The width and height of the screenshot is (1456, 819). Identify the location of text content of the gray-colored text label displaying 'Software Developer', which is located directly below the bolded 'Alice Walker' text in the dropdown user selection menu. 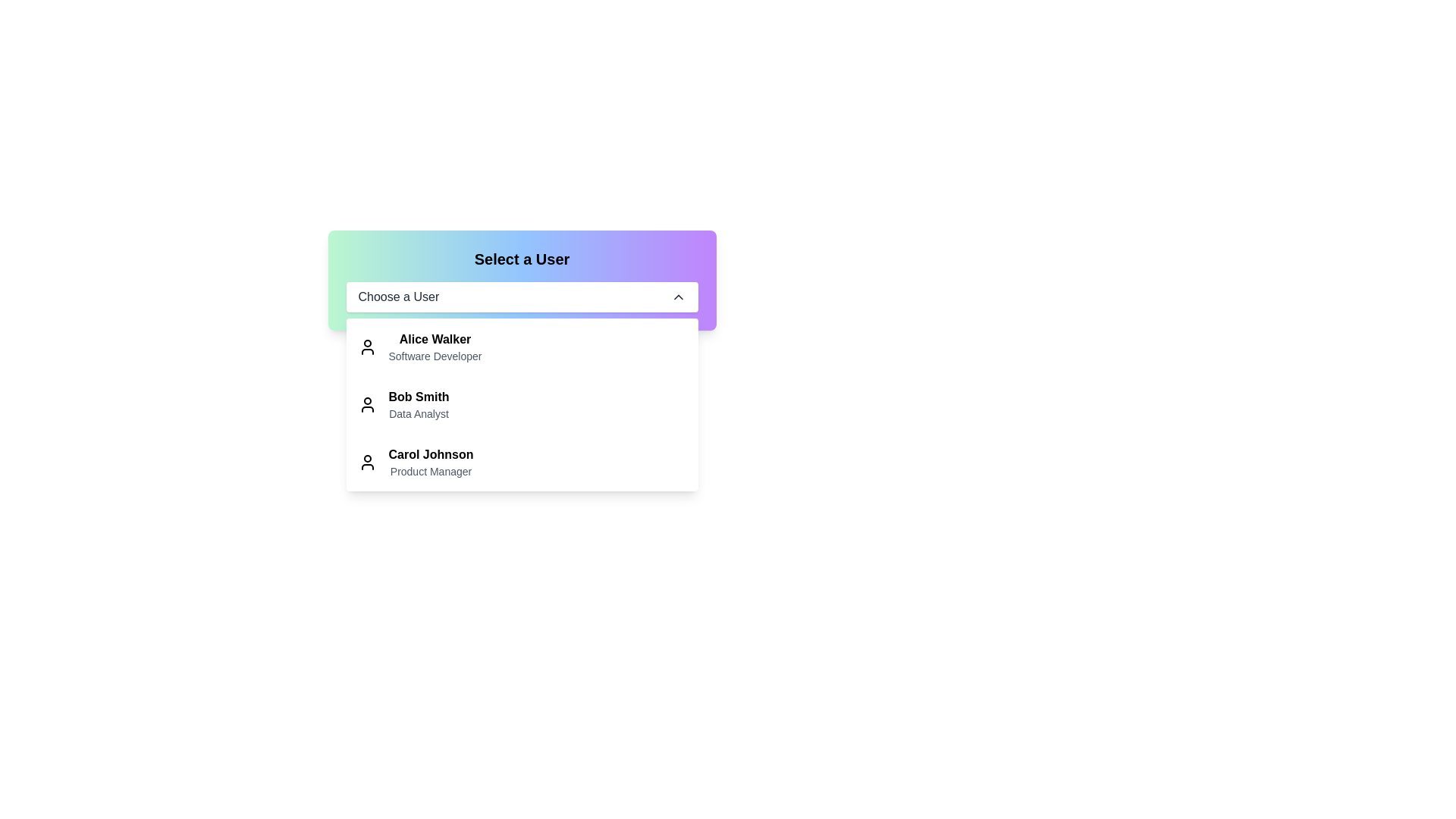
(434, 356).